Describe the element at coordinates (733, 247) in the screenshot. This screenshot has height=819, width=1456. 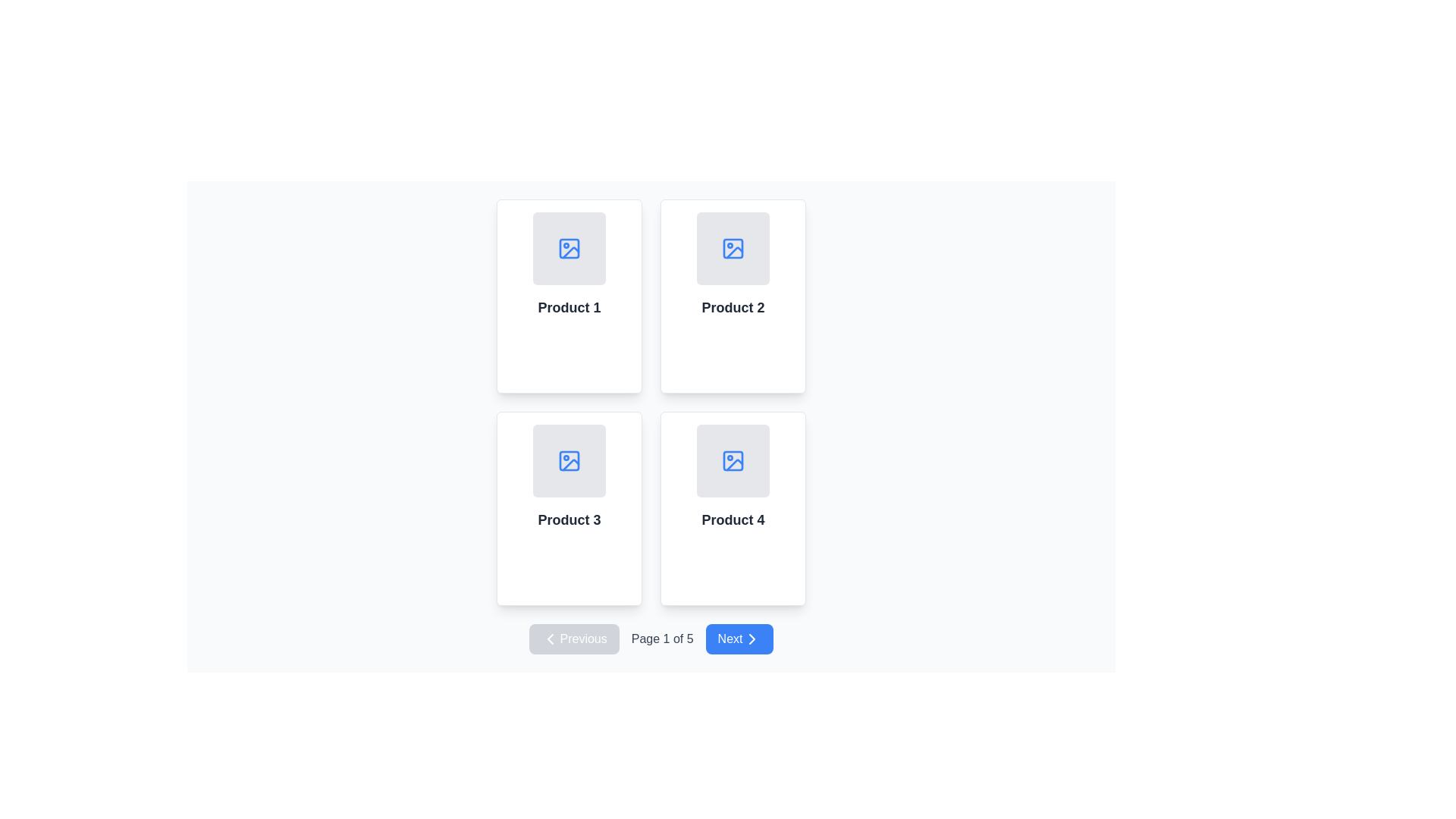
I see `the top-left rectangular section of the image icon for Product 2` at that location.